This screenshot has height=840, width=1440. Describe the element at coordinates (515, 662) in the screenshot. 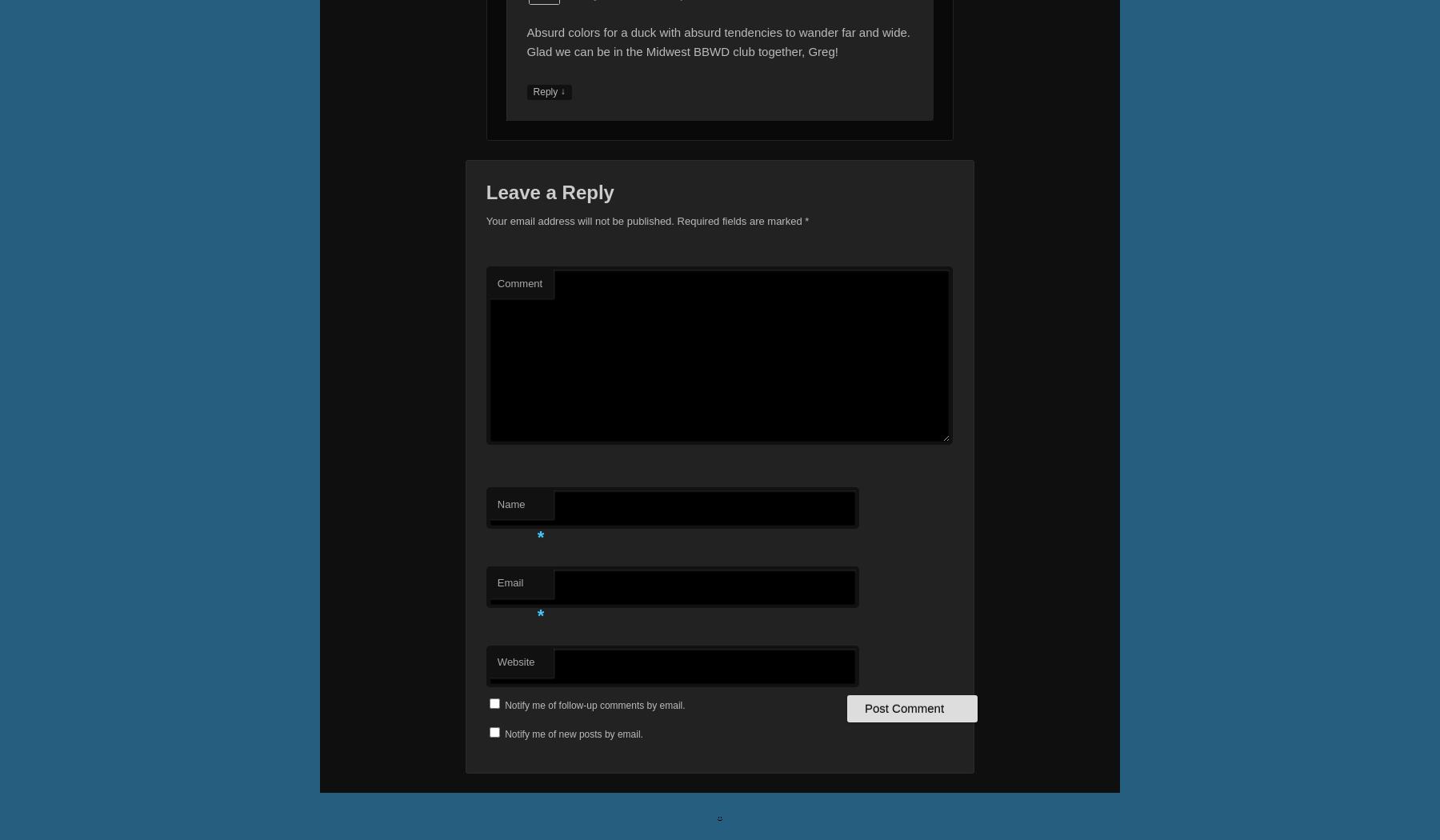

I see `'Website'` at that location.